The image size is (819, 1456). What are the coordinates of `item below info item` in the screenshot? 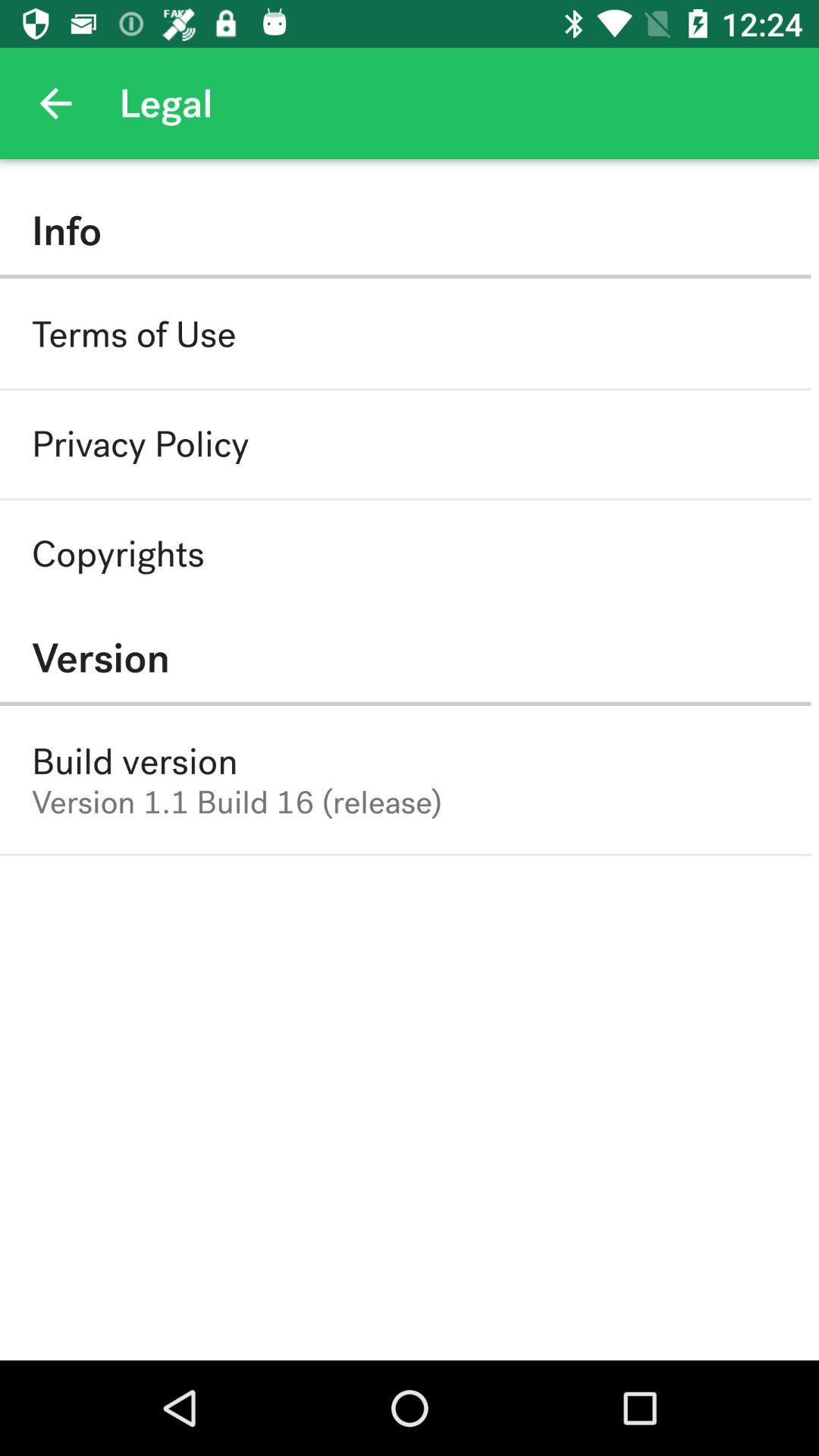 It's located at (133, 334).